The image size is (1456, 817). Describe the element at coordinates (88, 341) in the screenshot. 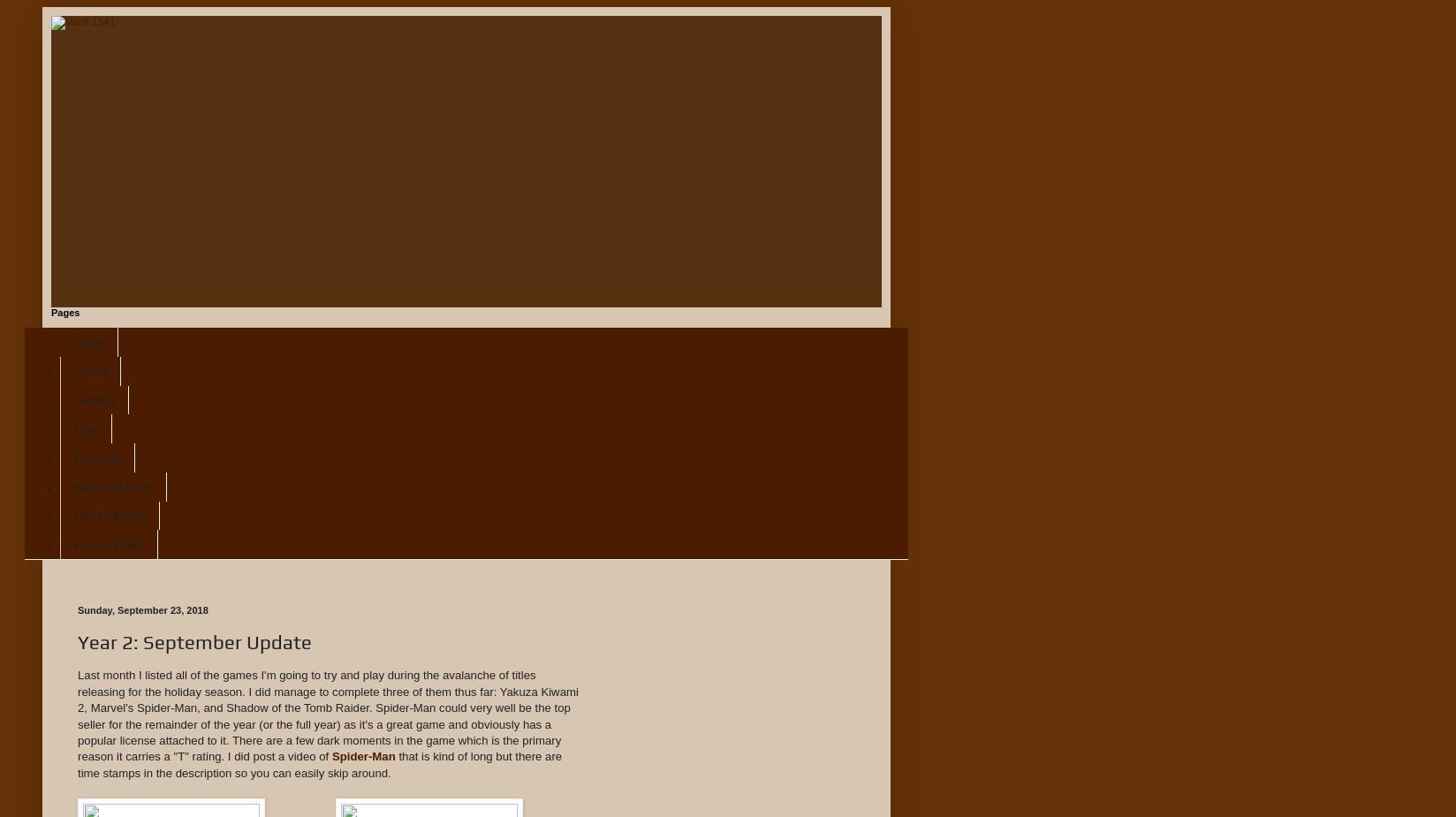

I see `'Home'` at that location.